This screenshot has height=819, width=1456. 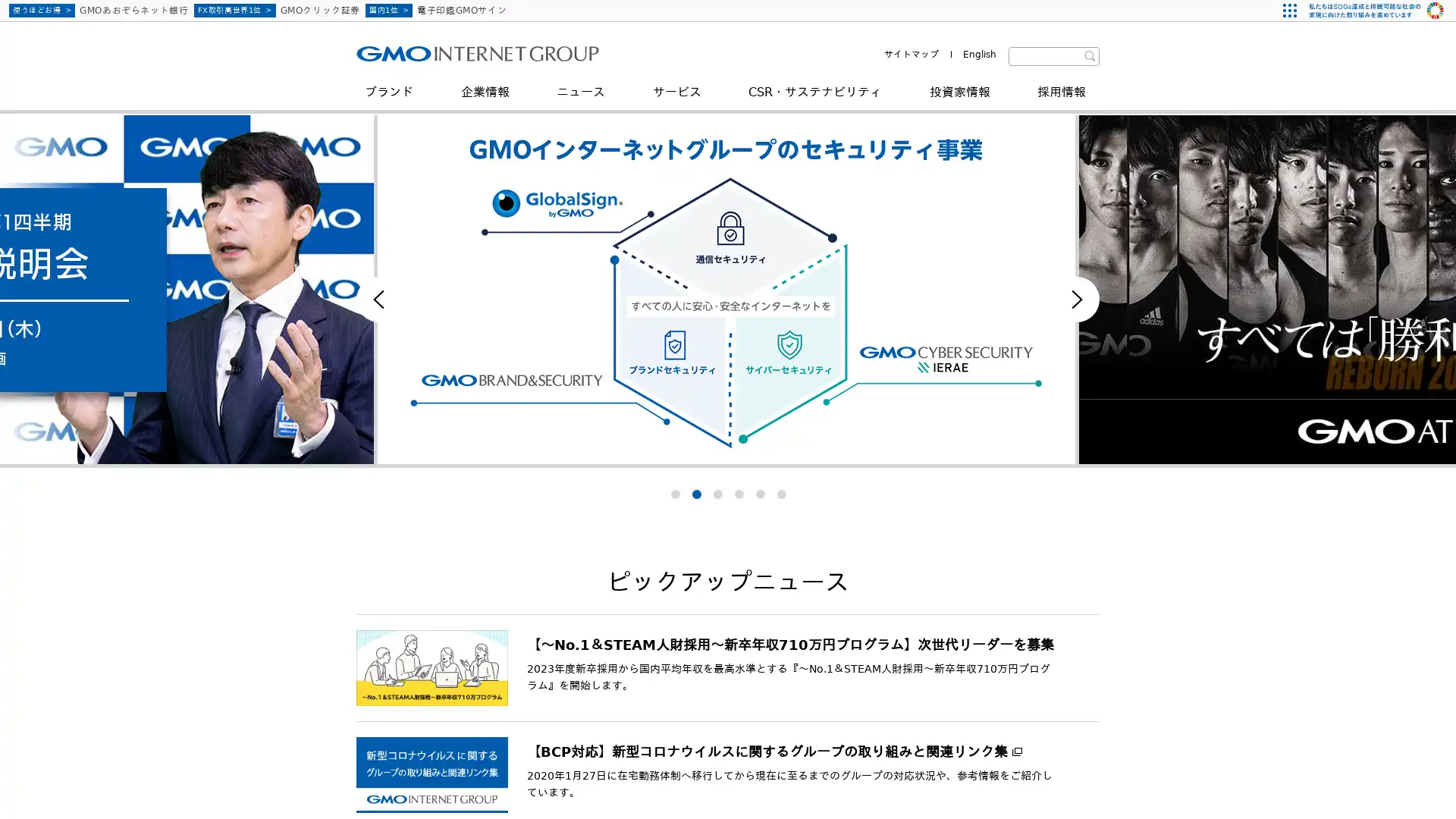 I want to click on 6, so click(x=781, y=494).